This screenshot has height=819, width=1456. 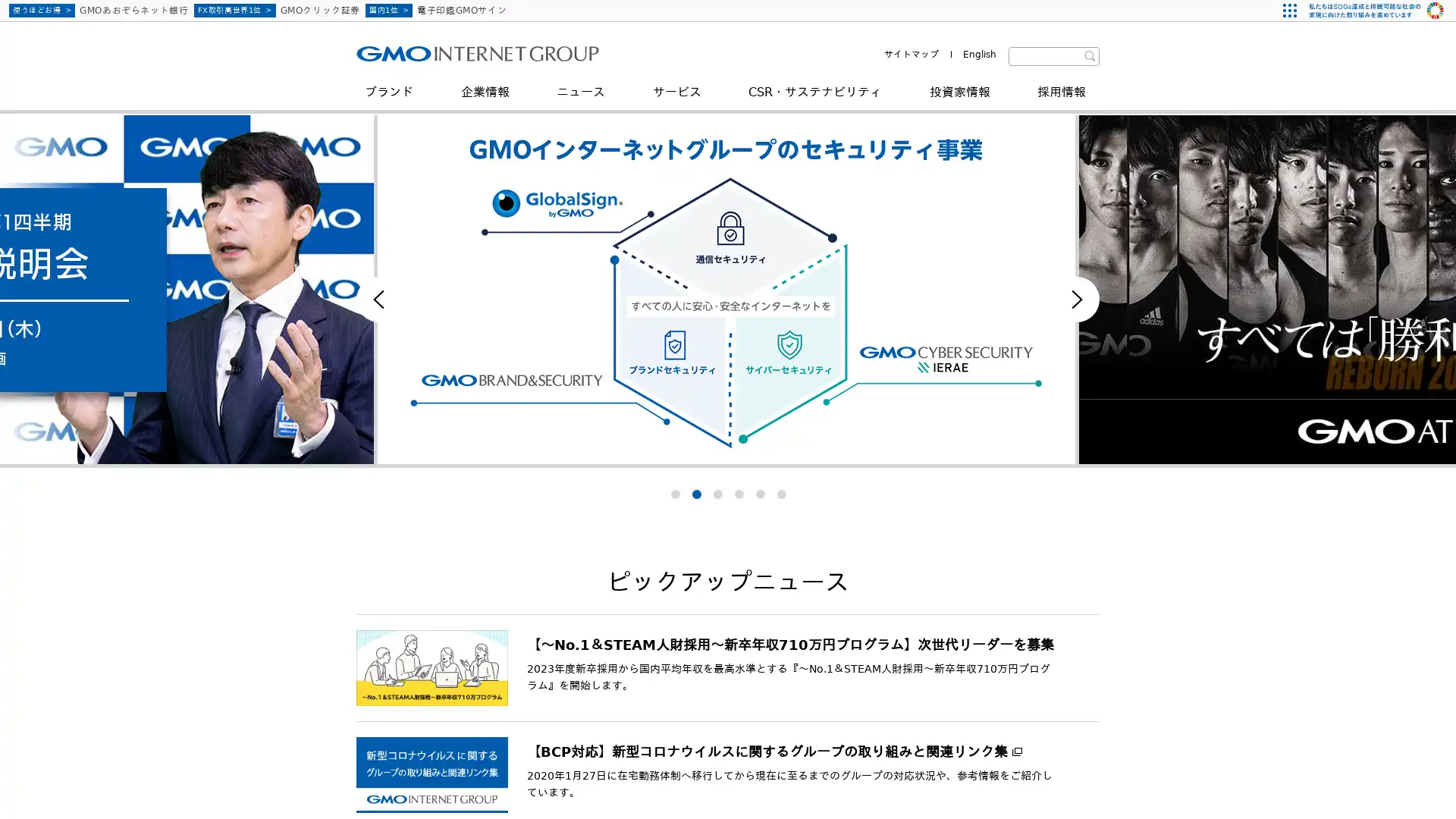 I want to click on 6, so click(x=781, y=494).